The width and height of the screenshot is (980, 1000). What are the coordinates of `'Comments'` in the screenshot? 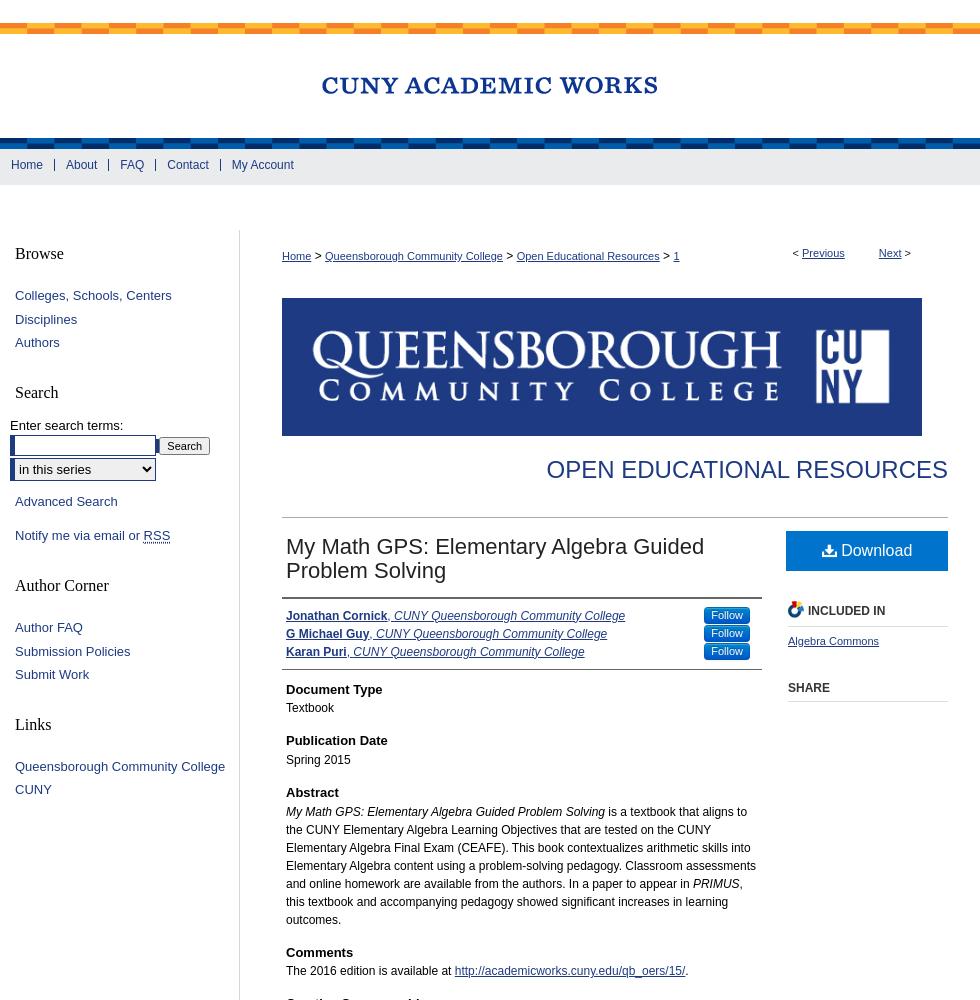 It's located at (319, 950).